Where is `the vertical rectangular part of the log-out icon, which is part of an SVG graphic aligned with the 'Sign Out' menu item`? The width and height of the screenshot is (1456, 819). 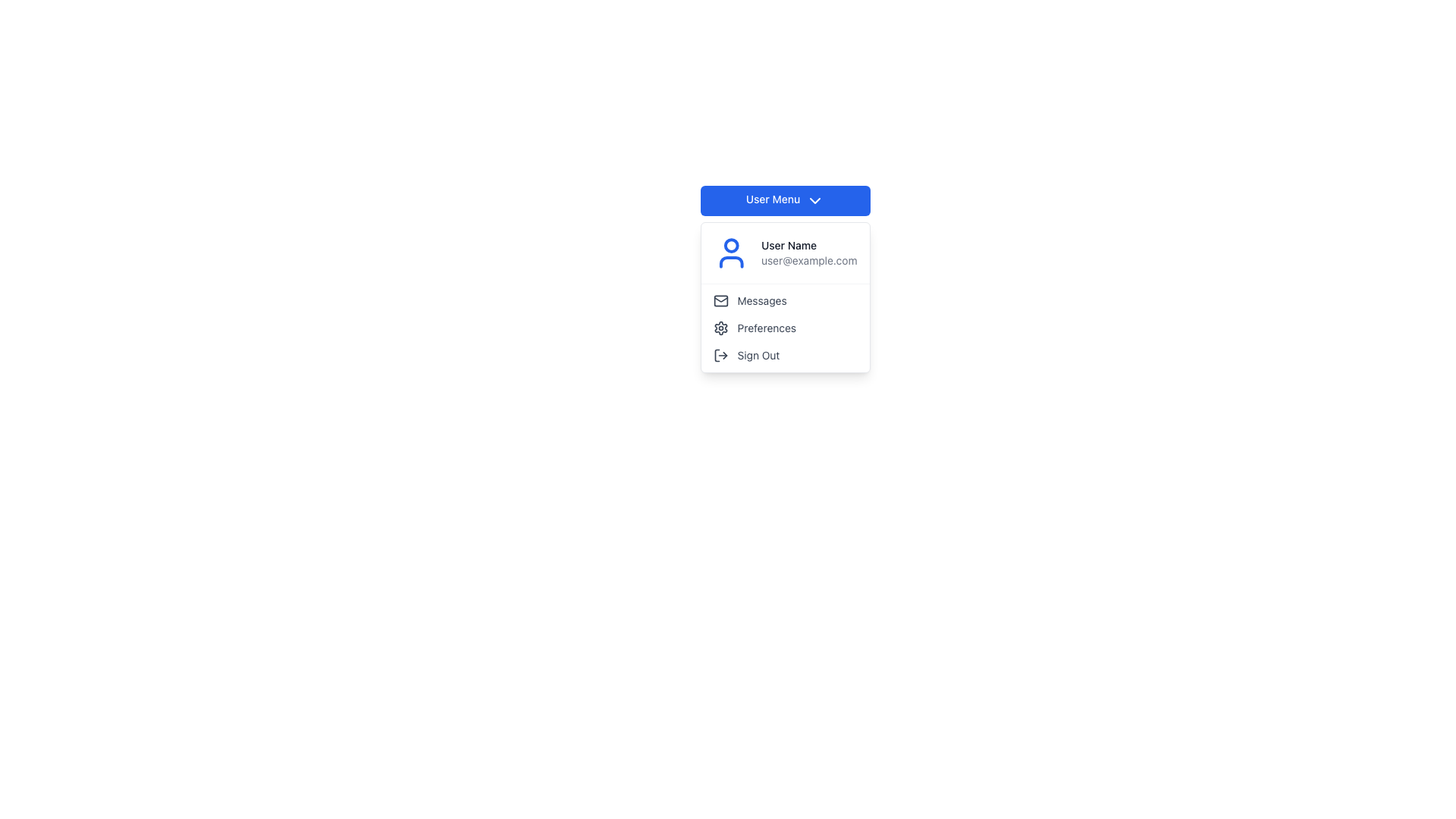 the vertical rectangular part of the log-out icon, which is part of an SVG graphic aligned with the 'Sign Out' menu item is located at coordinates (716, 356).